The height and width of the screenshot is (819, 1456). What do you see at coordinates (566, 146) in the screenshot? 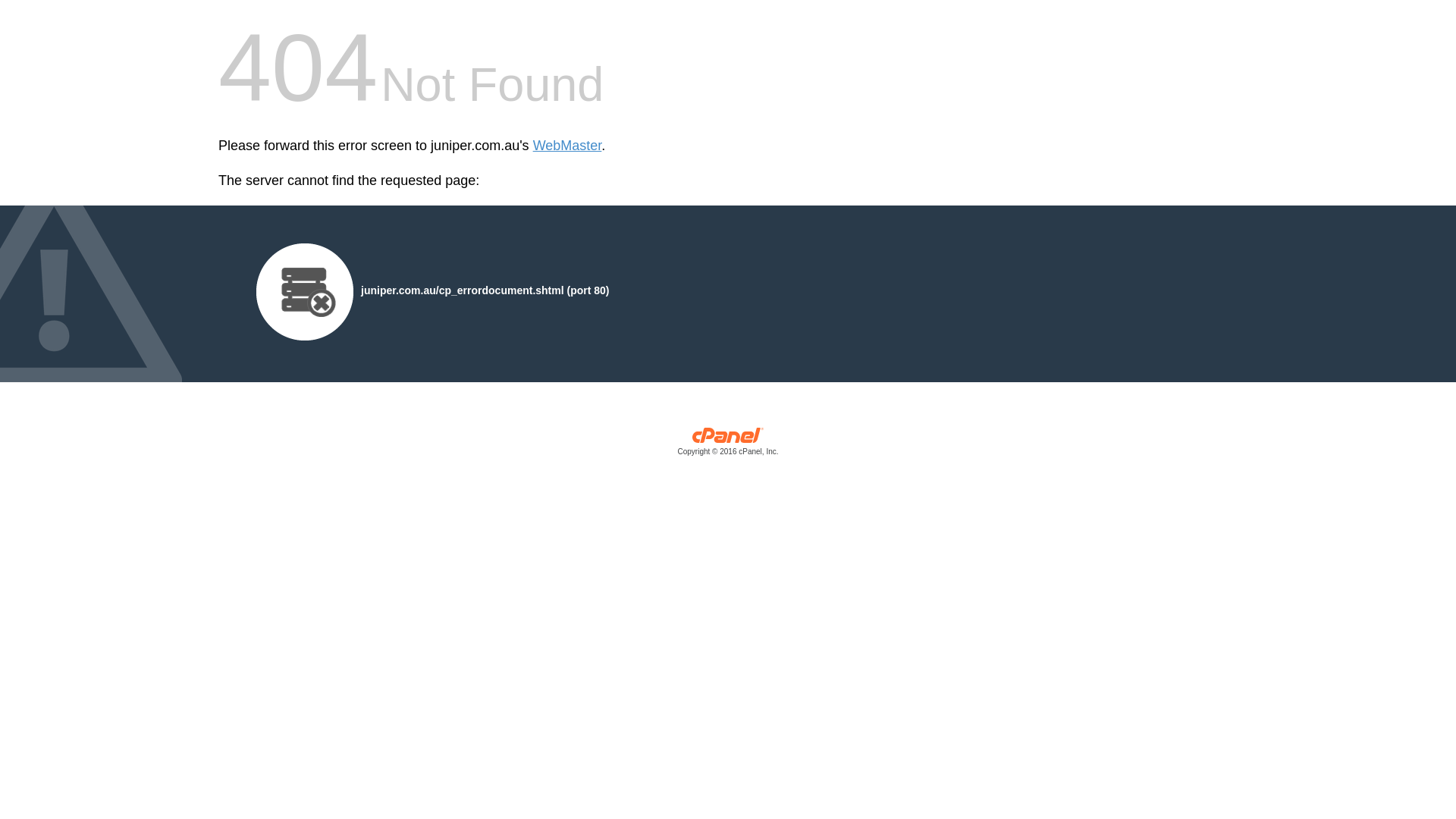
I see `'WebMaster'` at bounding box center [566, 146].